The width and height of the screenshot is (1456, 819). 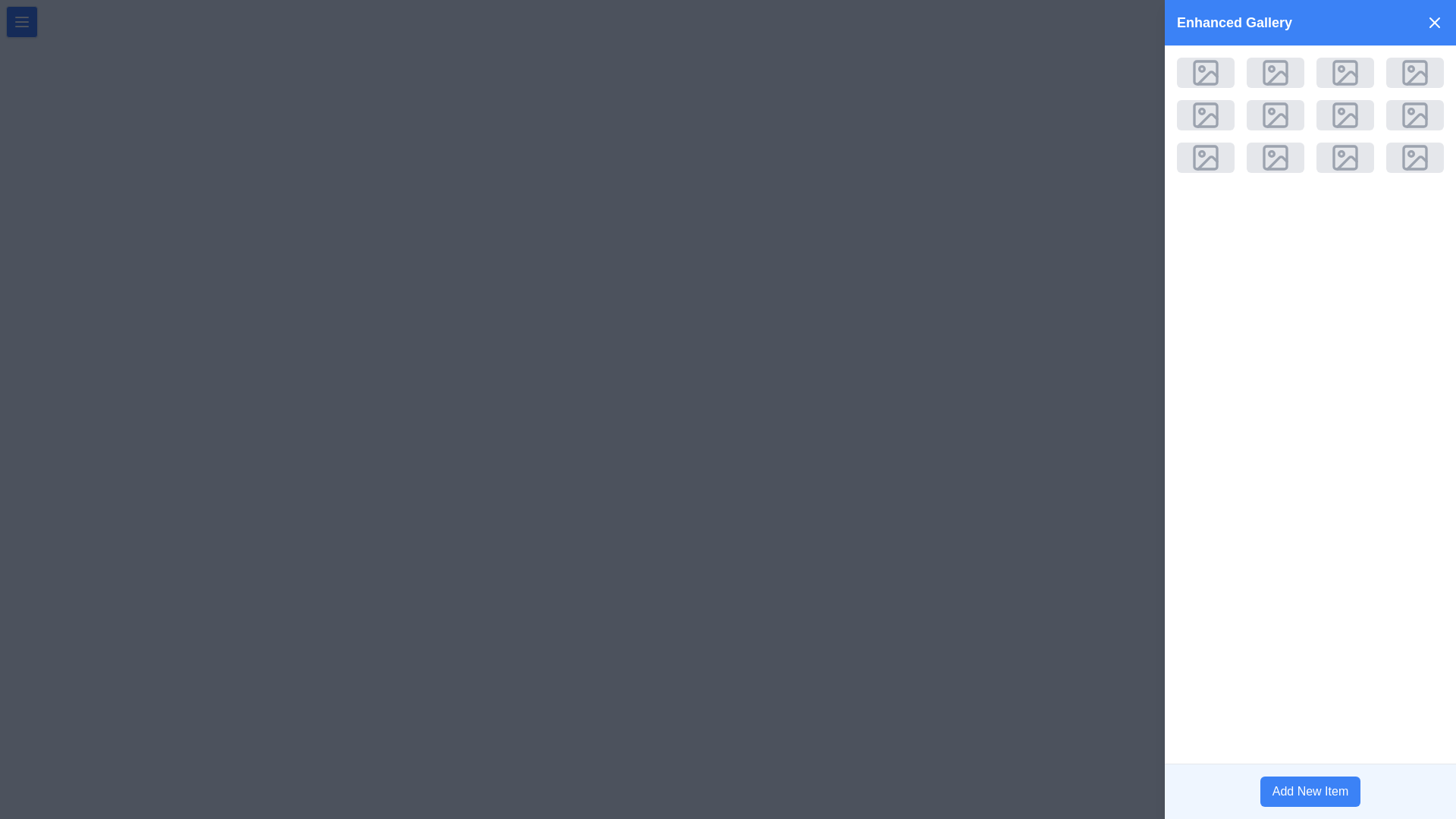 What do you see at coordinates (1414, 73) in the screenshot?
I see `the zoom icon in the top-right corner of the Enhanced Gallery panel` at bounding box center [1414, 73].